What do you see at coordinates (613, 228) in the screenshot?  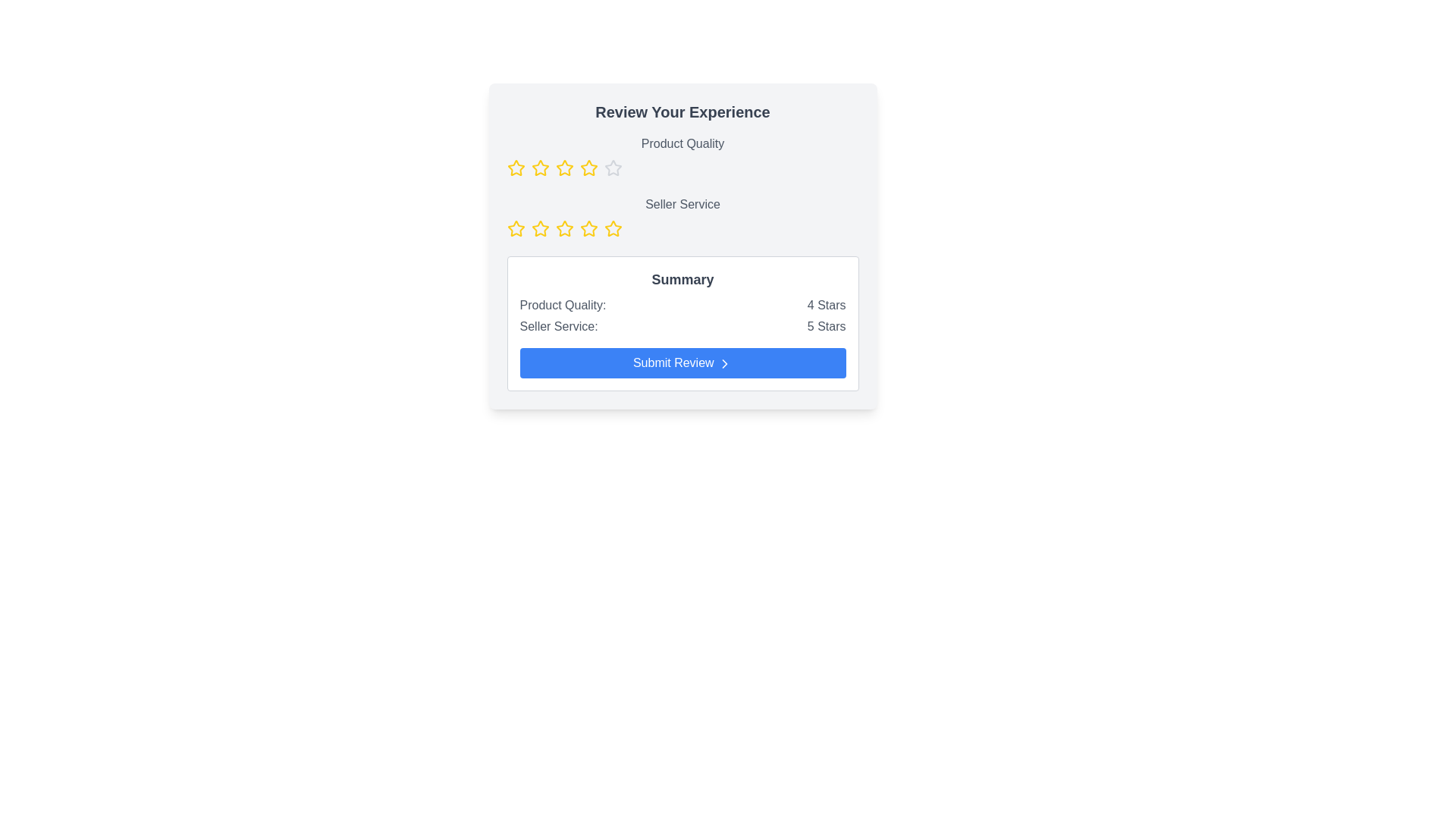 I see `the fifth interactive rating star icon for the 'Seller Service' category` at bounding box center [613, 228].